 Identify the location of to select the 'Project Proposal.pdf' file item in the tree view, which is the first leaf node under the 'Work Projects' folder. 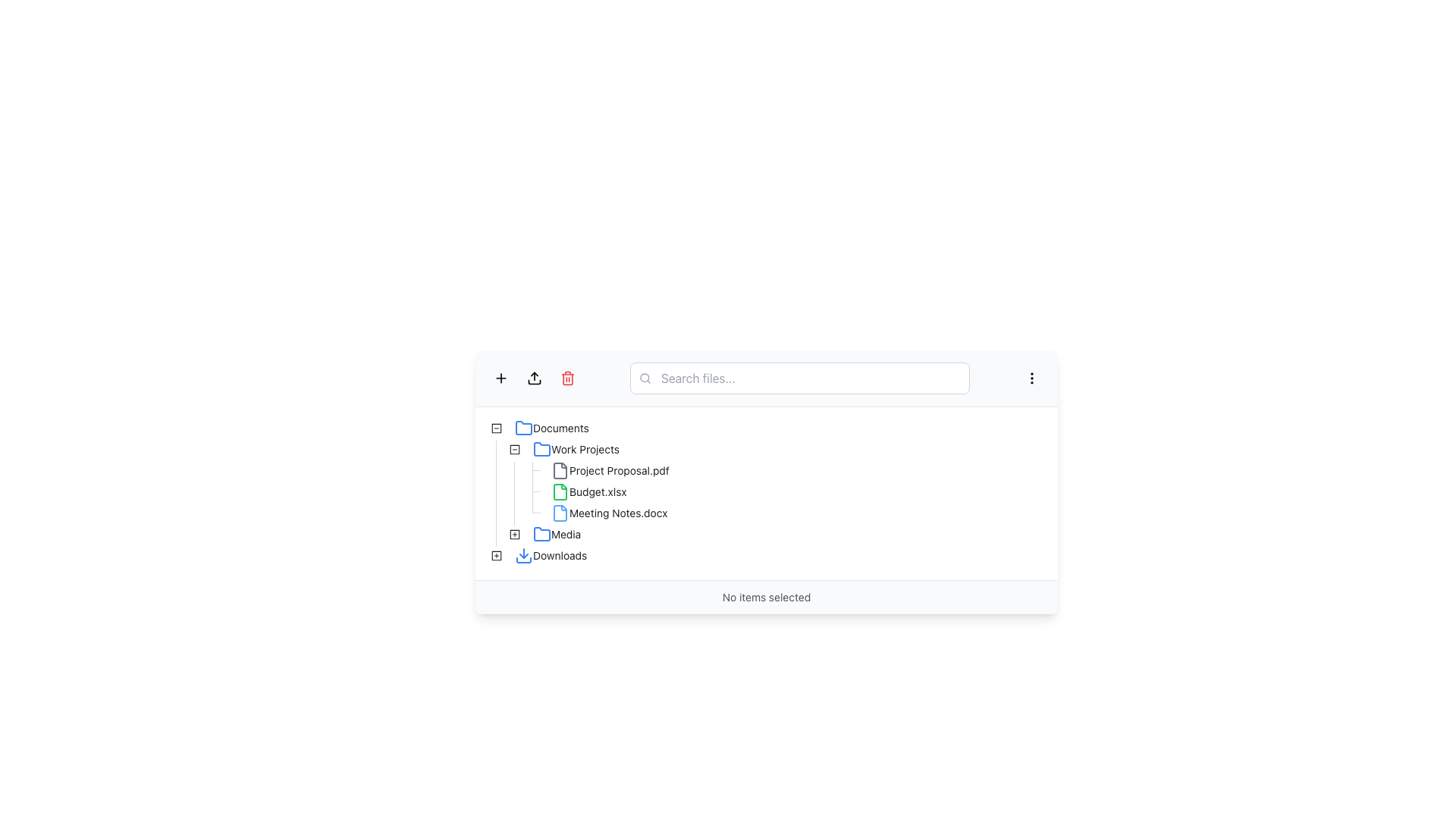
(580, 470).